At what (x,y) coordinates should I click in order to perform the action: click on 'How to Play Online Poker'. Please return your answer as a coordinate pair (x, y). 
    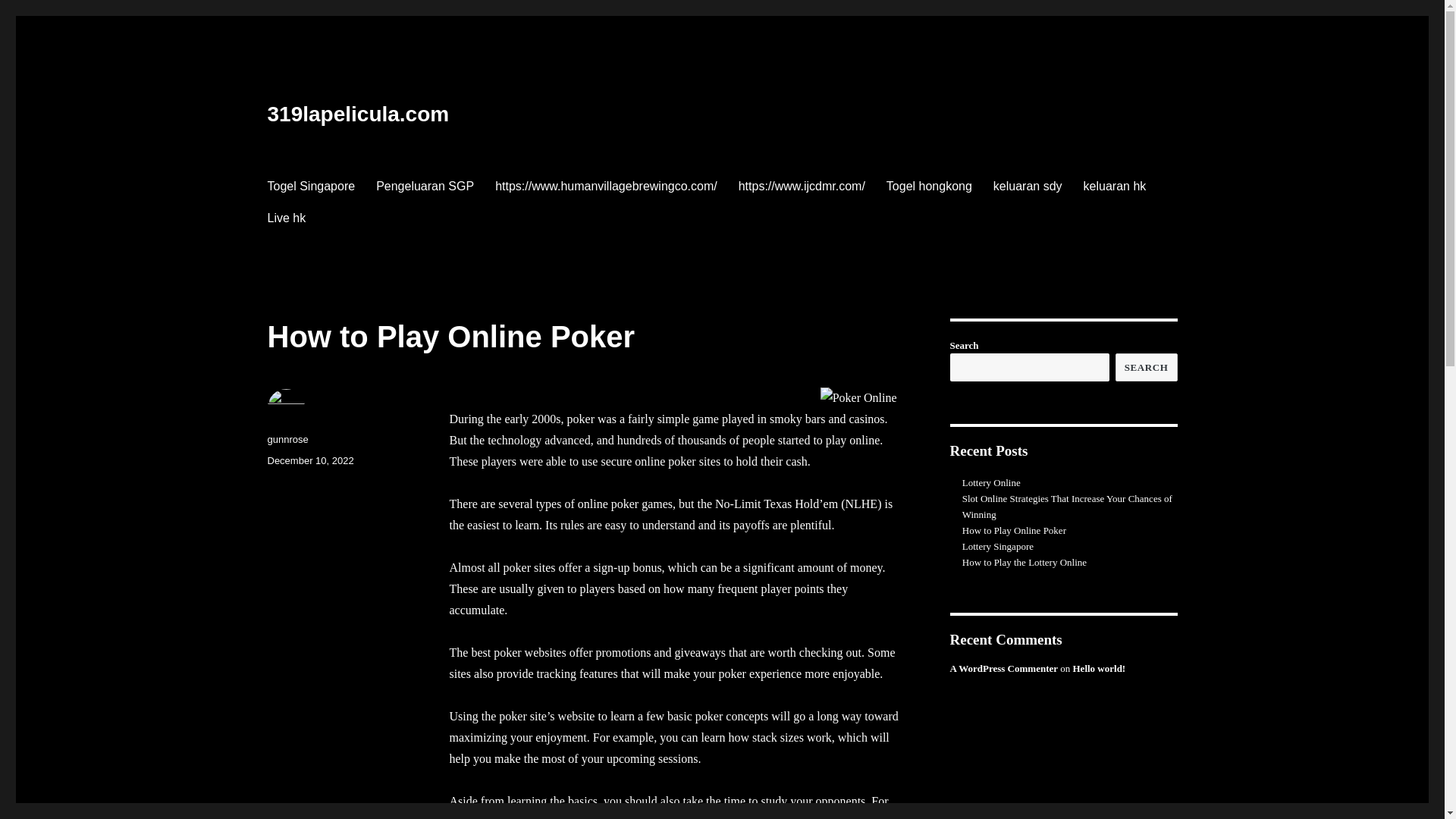
    Looking at the image, I should click on (961, 529).